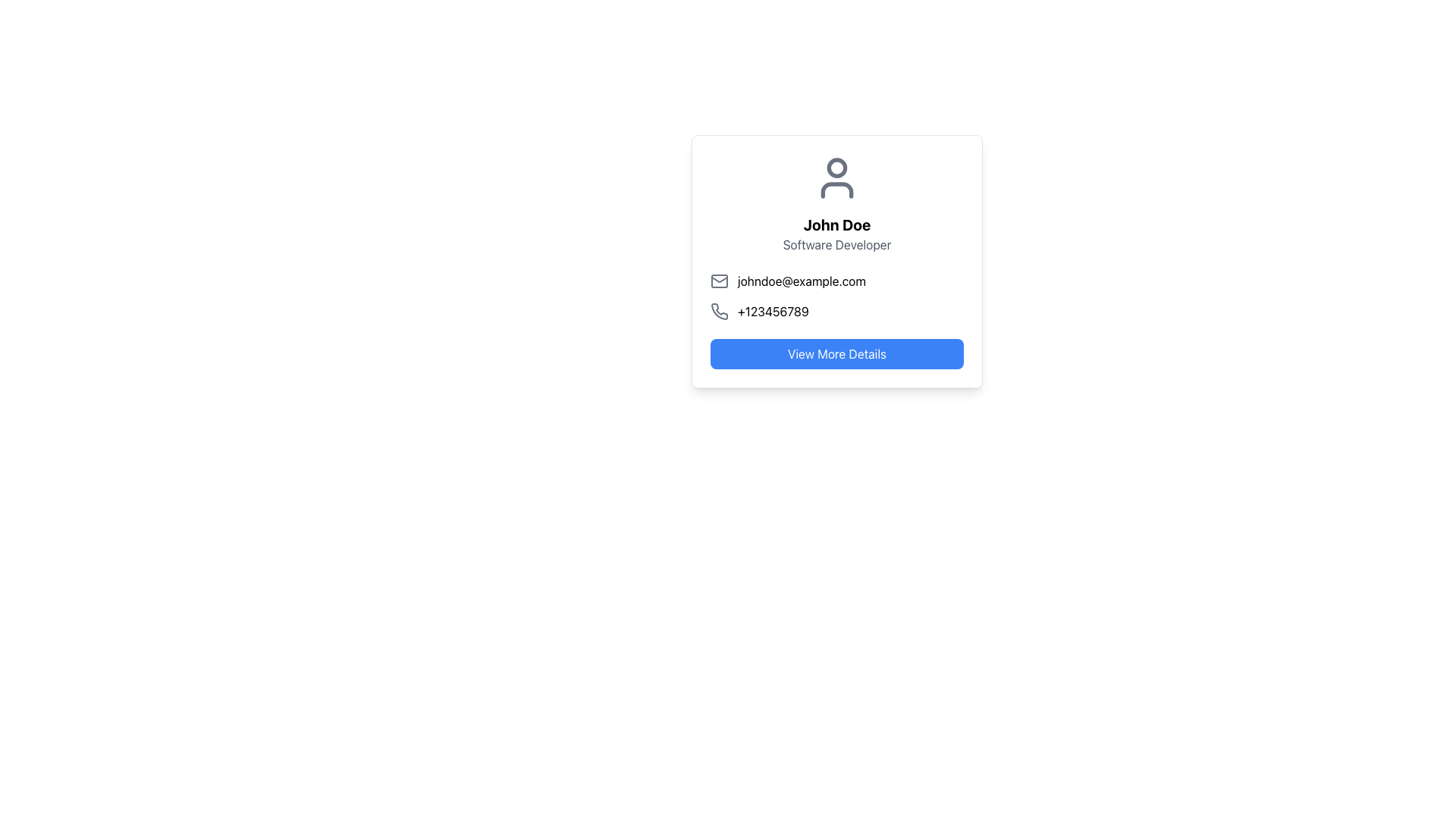  What do you see at coordinates (836, 189) in the screenshot?
I see `the Decorative graphical element that visually represents the body's base in the person-like icon, located near the top center of the card` at bounding box center [836, 189].